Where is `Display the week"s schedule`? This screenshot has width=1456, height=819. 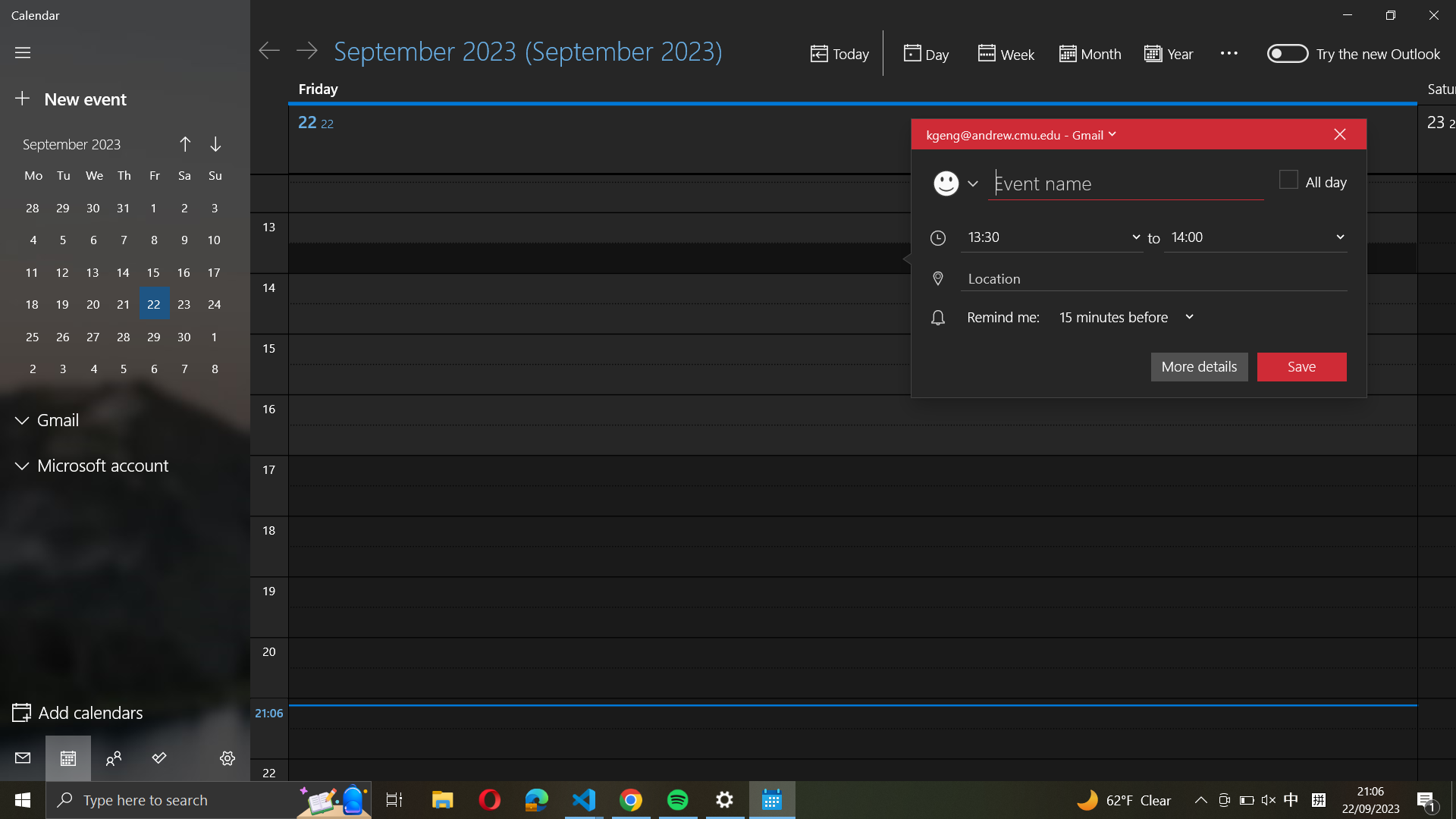 Display the week"s schedule is located at coordinates (1004, 53).